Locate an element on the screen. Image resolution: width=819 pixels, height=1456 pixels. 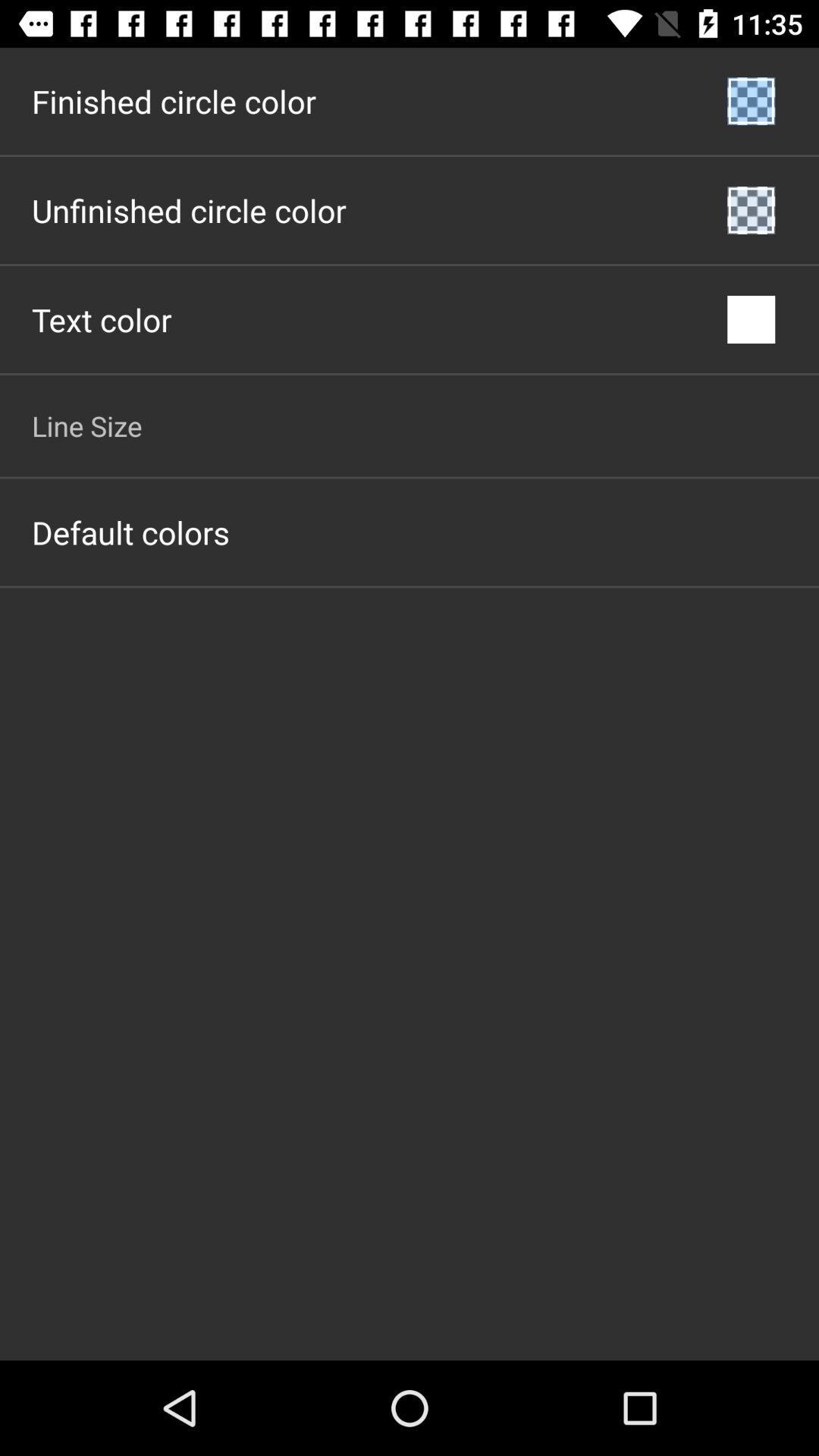
the app below the line size item is located at coordinates (130, 532).